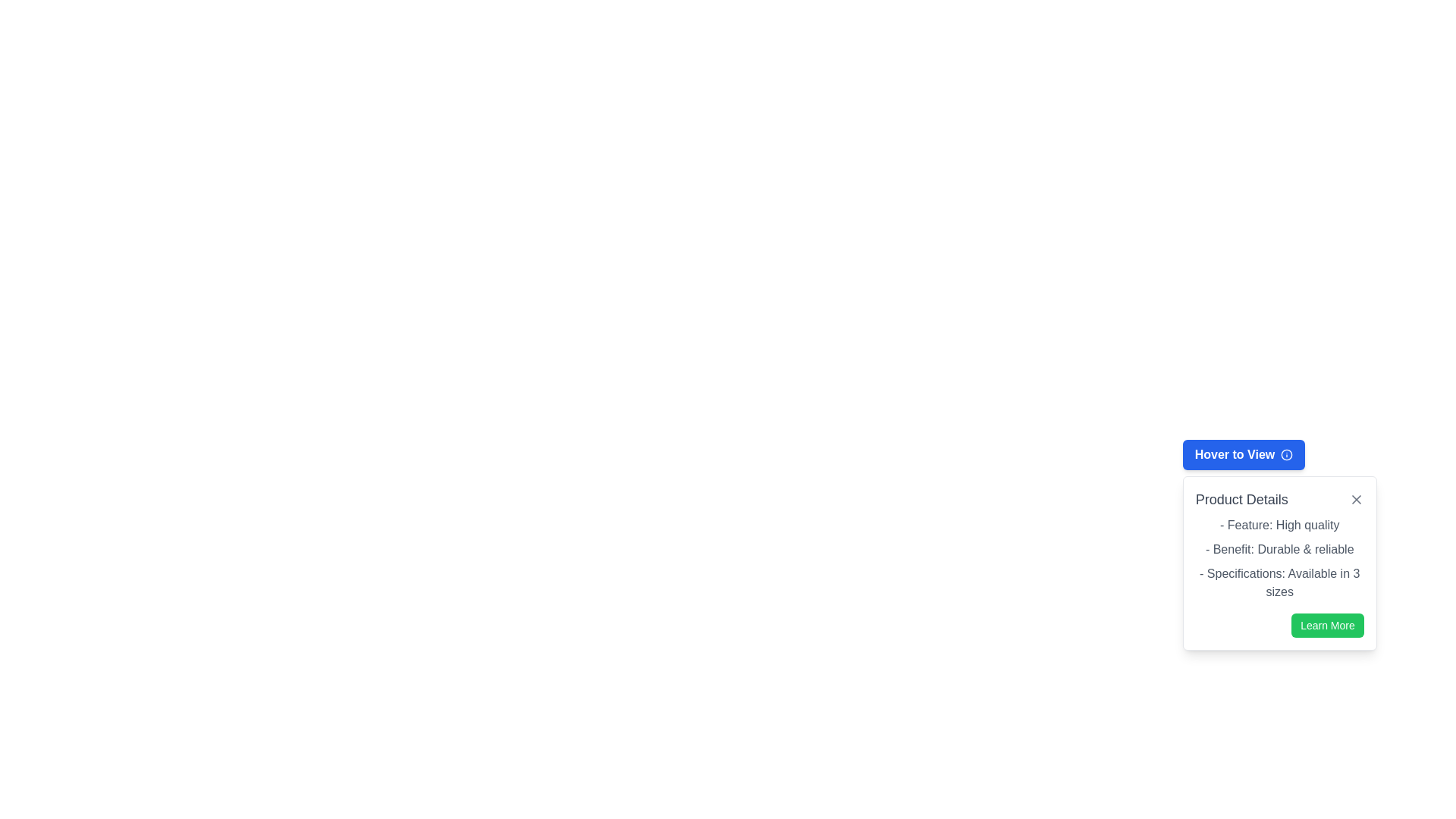 The height and width of the screenshot is (819, 1456). I want to click on the close icon button located at the top-right corner of the 'Product Details' popup card to trigger highlighting or tooltips, so click(1356, 500).